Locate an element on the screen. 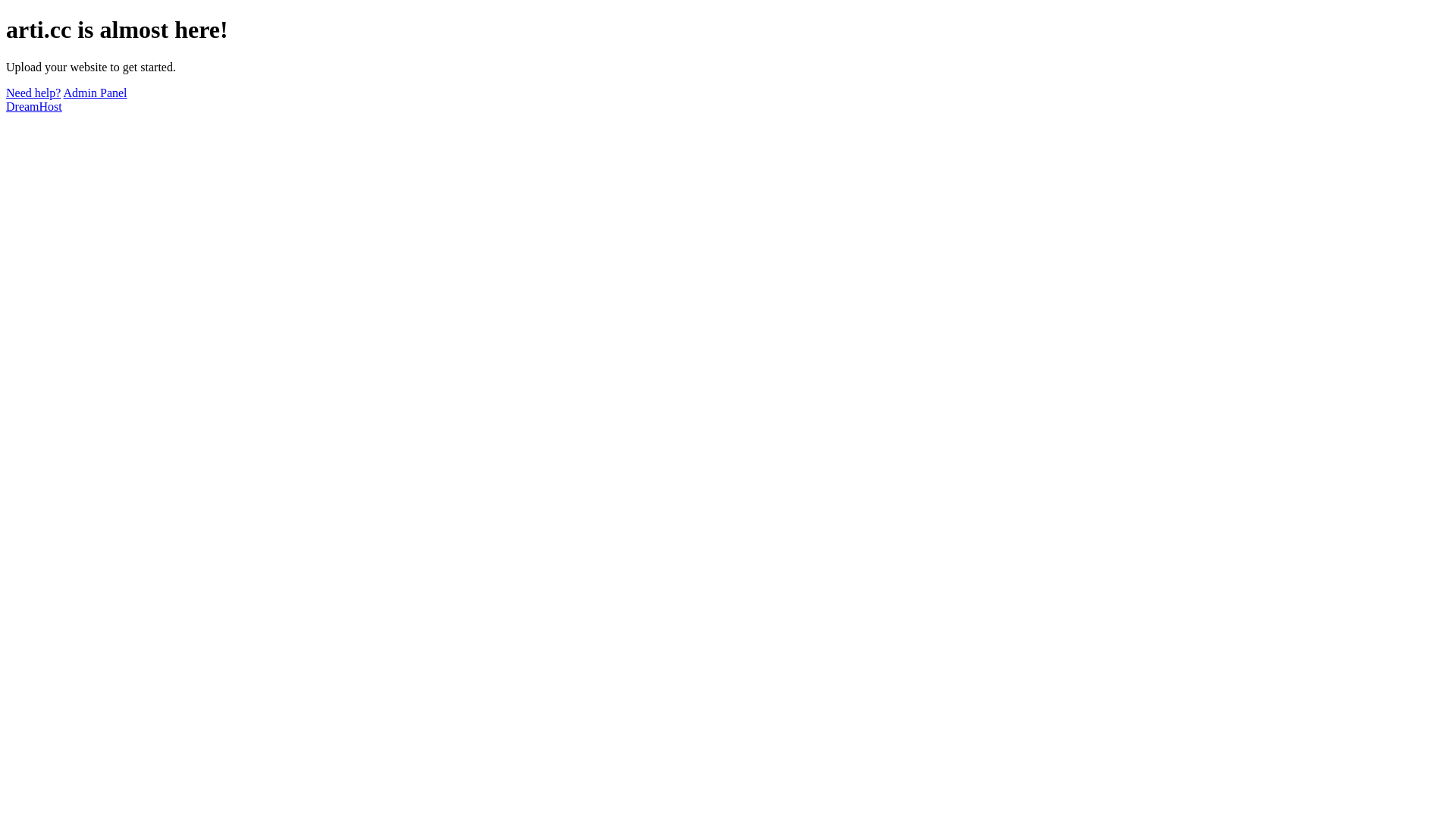 This screenshot has width=1456, height=819. 'DreamHost' is located at coordinates (6, 105).